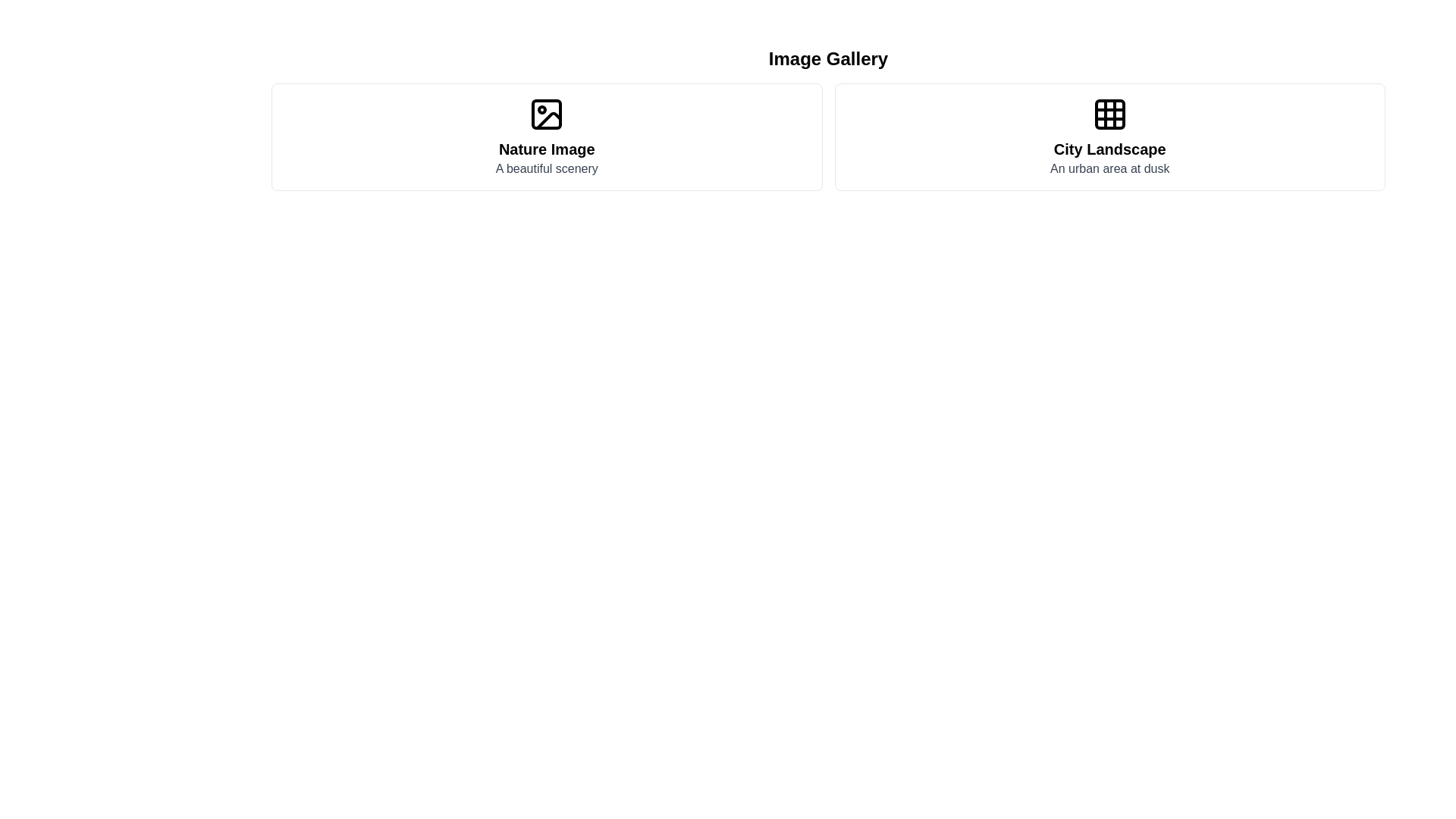  What do you see at coordinates (1109, 113) in the screenshot?
I see `the central rectangular section of the grid icon, which is part of a gallery layout above the 'City Landscape' label` at bounding box center [1109, 113].